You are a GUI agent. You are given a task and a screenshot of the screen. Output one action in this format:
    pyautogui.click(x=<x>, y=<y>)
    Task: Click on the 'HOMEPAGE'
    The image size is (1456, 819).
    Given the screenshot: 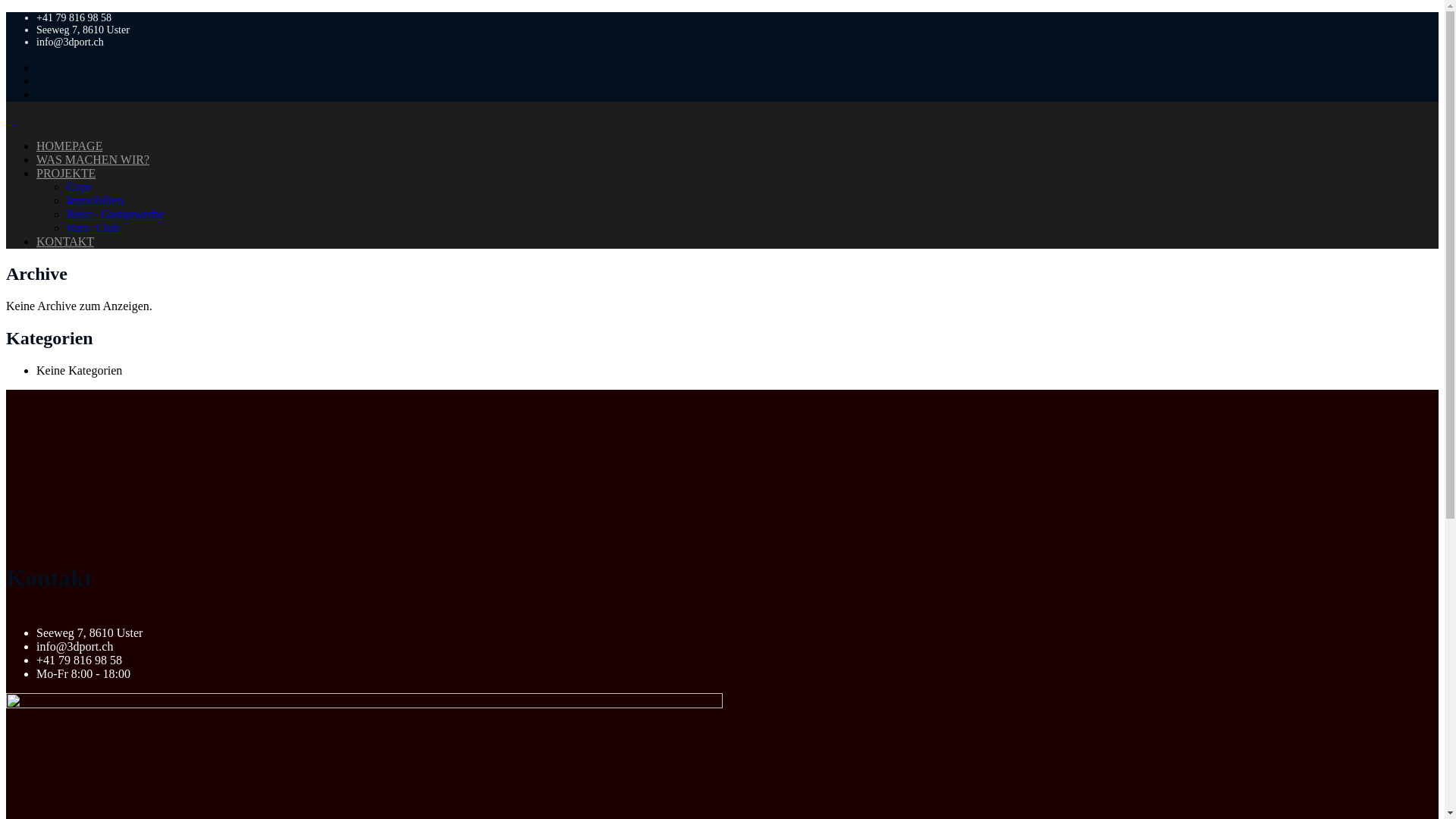 What is the action you would take?
    pyautogui.click(x=68, y=146)
    